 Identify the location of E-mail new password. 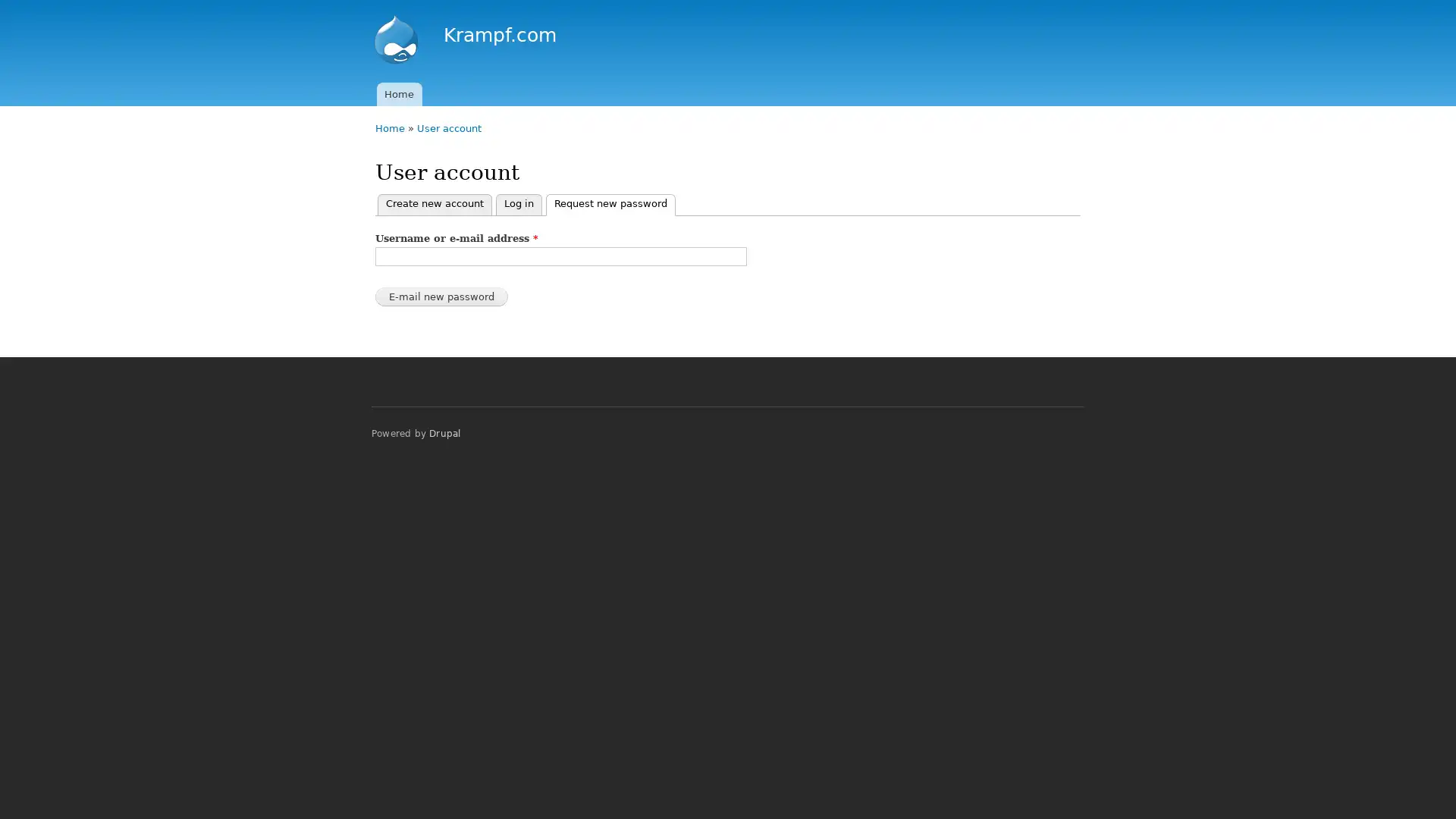
(441, 297).